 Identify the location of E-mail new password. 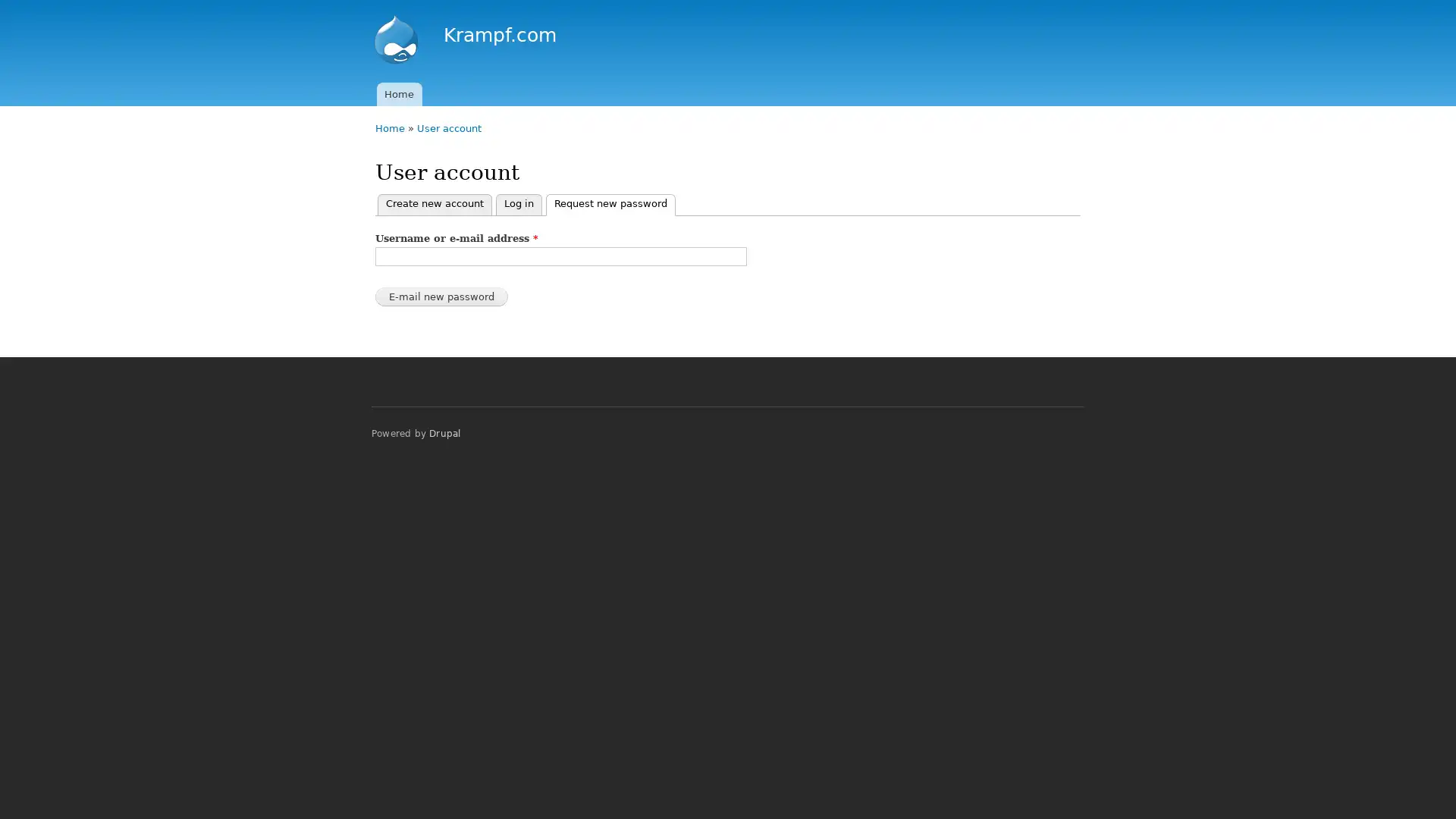
(441, 297).